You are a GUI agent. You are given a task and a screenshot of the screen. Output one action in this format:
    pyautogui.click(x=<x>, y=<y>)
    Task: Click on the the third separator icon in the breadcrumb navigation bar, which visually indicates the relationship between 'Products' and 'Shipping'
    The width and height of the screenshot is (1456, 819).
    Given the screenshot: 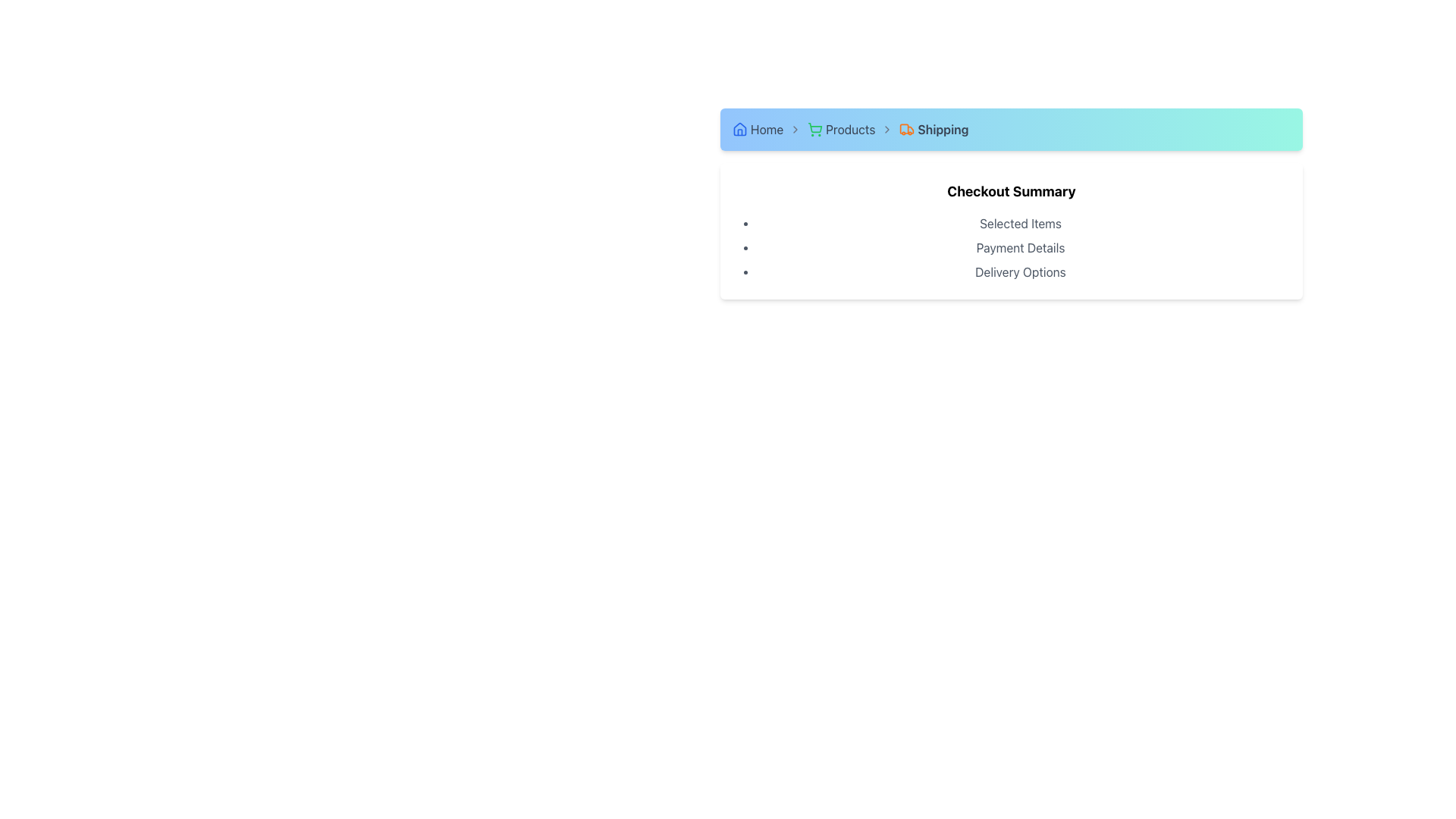 What is the action you would take?
    pyautogui.click(x=887, y=128)
    